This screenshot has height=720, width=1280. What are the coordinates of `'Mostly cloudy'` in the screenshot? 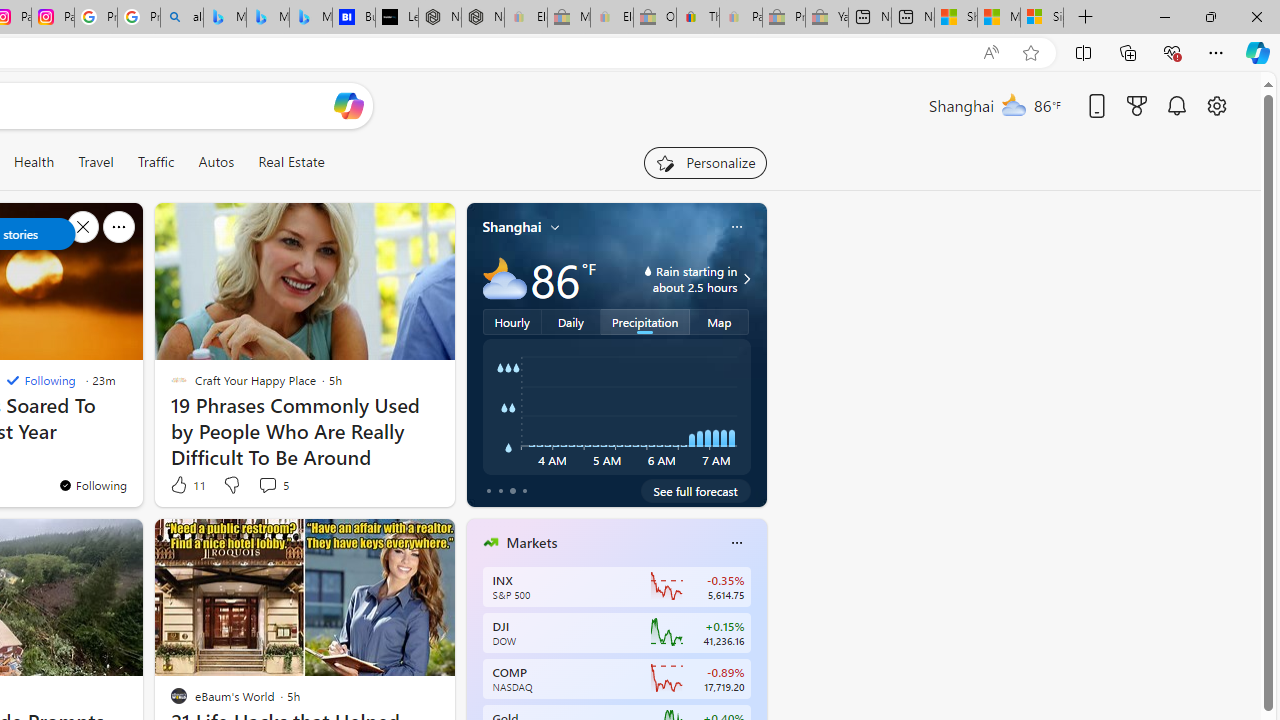 It's located at (504, 279).